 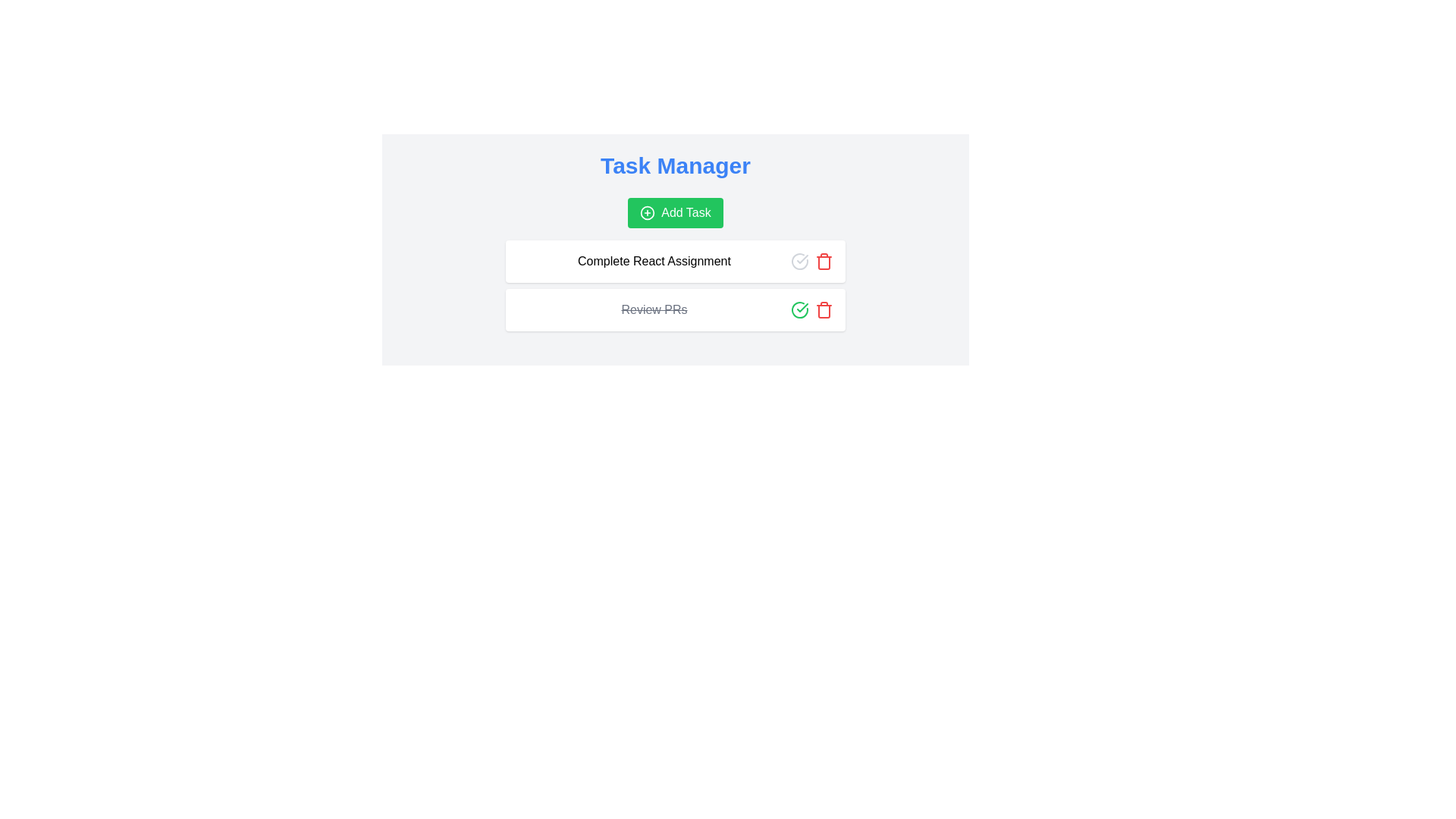 What do you see at coordinates (654, 309) in the screenshot?
I see `the text label displaying the completed task title or description, which is located in the second task item of a vertical task list` at bounding box center [654, 309].